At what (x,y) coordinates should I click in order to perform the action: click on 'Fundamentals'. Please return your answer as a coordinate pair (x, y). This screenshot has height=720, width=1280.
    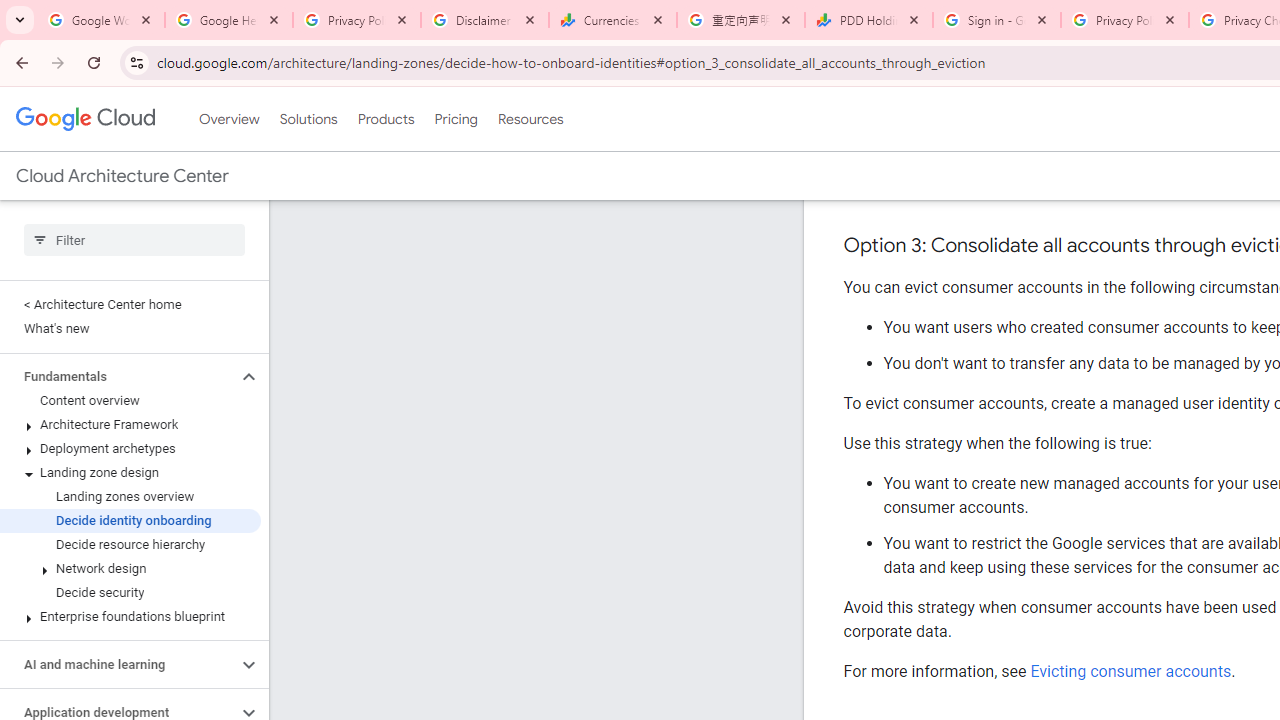
    Looking at the image, I should click on (117, 376).